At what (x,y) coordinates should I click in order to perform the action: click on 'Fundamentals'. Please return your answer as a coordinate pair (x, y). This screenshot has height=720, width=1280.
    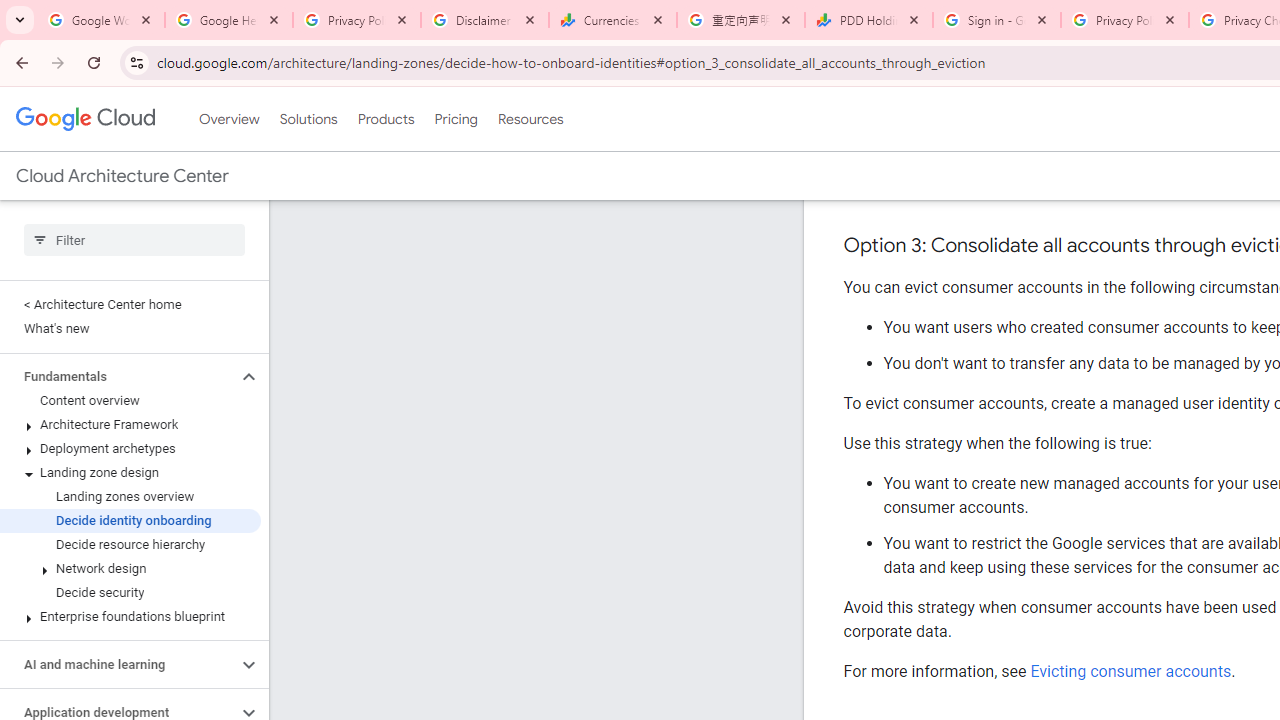
    Looking at the image, I should click on (117, 376).